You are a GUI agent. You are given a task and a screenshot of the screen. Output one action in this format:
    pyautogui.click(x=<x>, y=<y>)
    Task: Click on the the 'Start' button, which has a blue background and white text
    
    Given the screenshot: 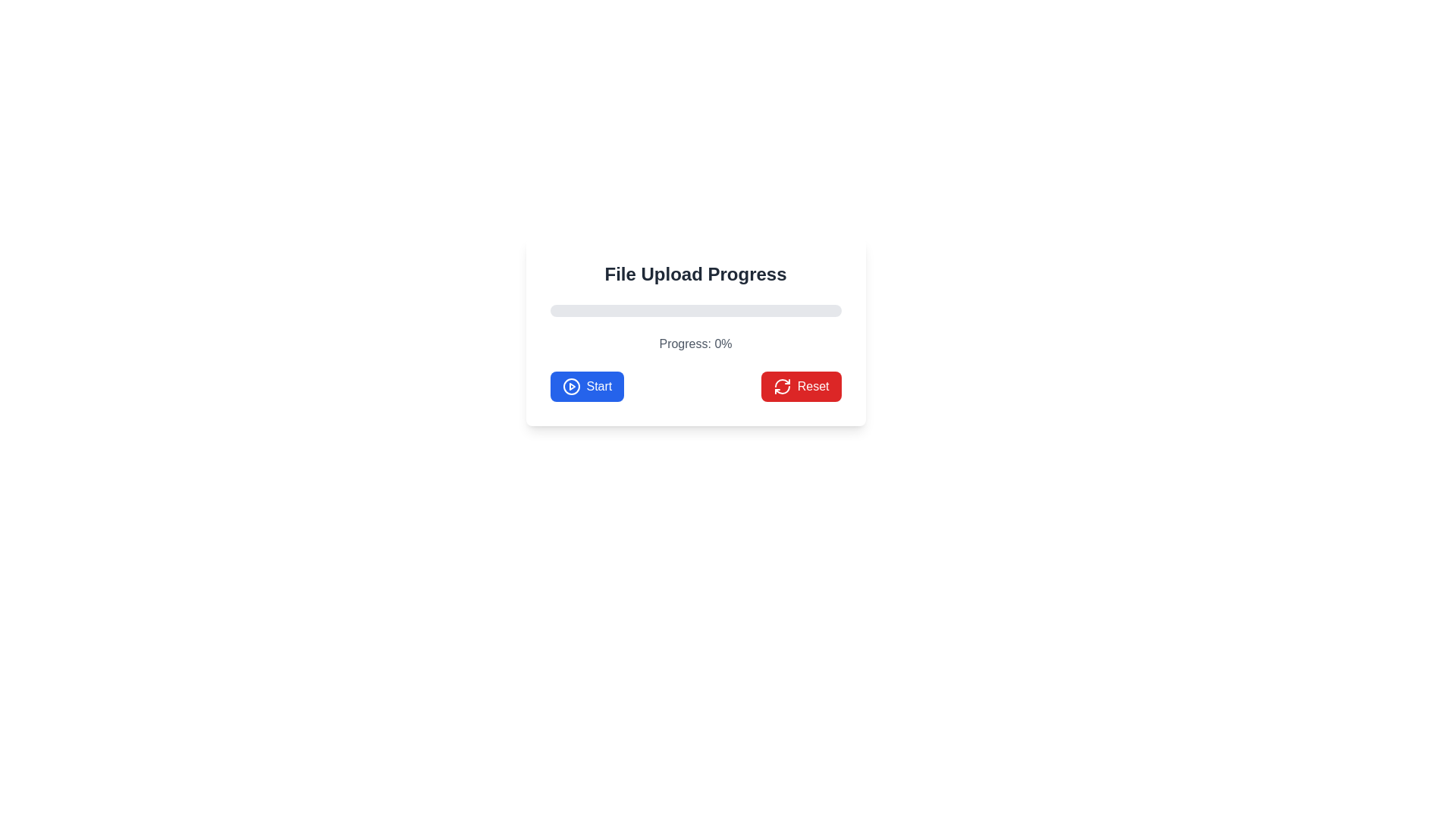 What is the action you would take?
    pyautogui.click(x=586, y=385)
    